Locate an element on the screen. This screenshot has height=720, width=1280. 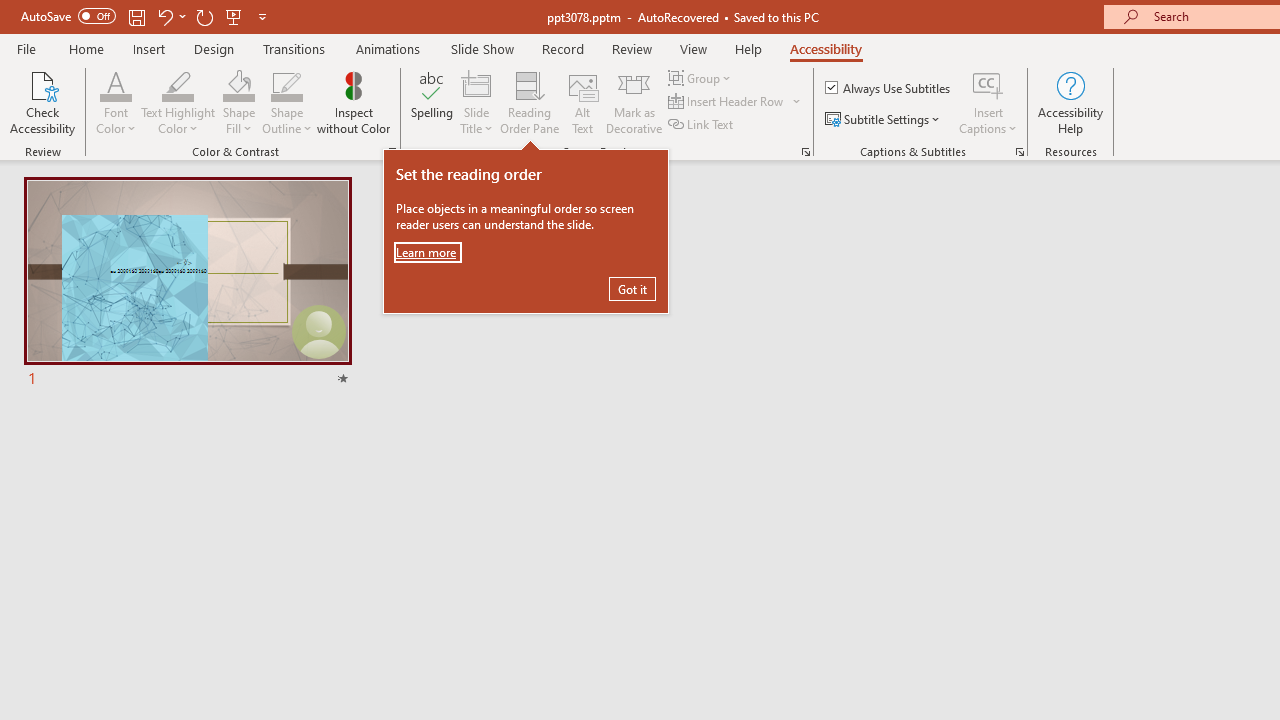
'Insert Captions' is located at coordinates (988, 103).